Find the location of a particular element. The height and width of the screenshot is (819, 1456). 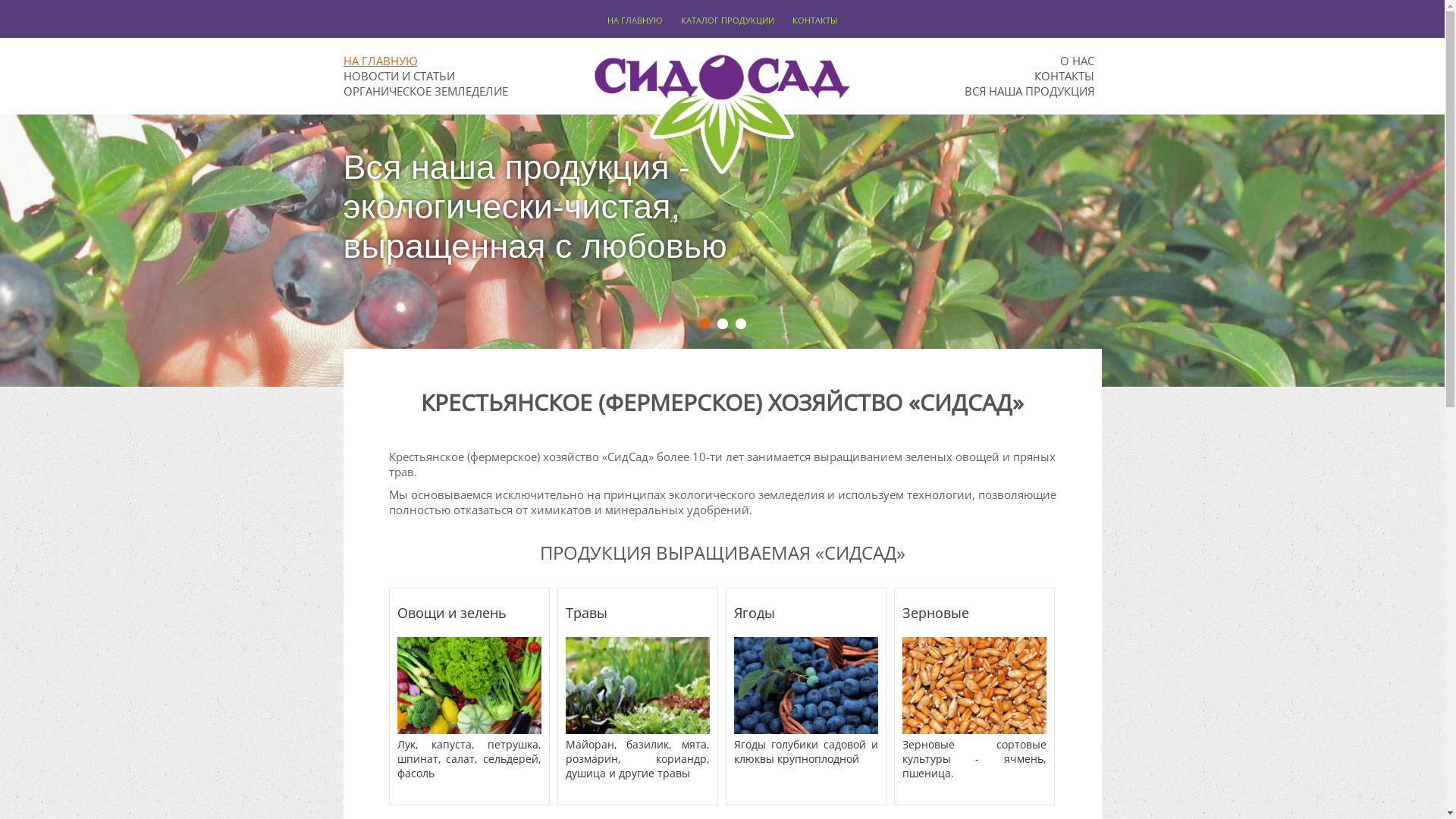

'3' is located at coordinates (741, 323).